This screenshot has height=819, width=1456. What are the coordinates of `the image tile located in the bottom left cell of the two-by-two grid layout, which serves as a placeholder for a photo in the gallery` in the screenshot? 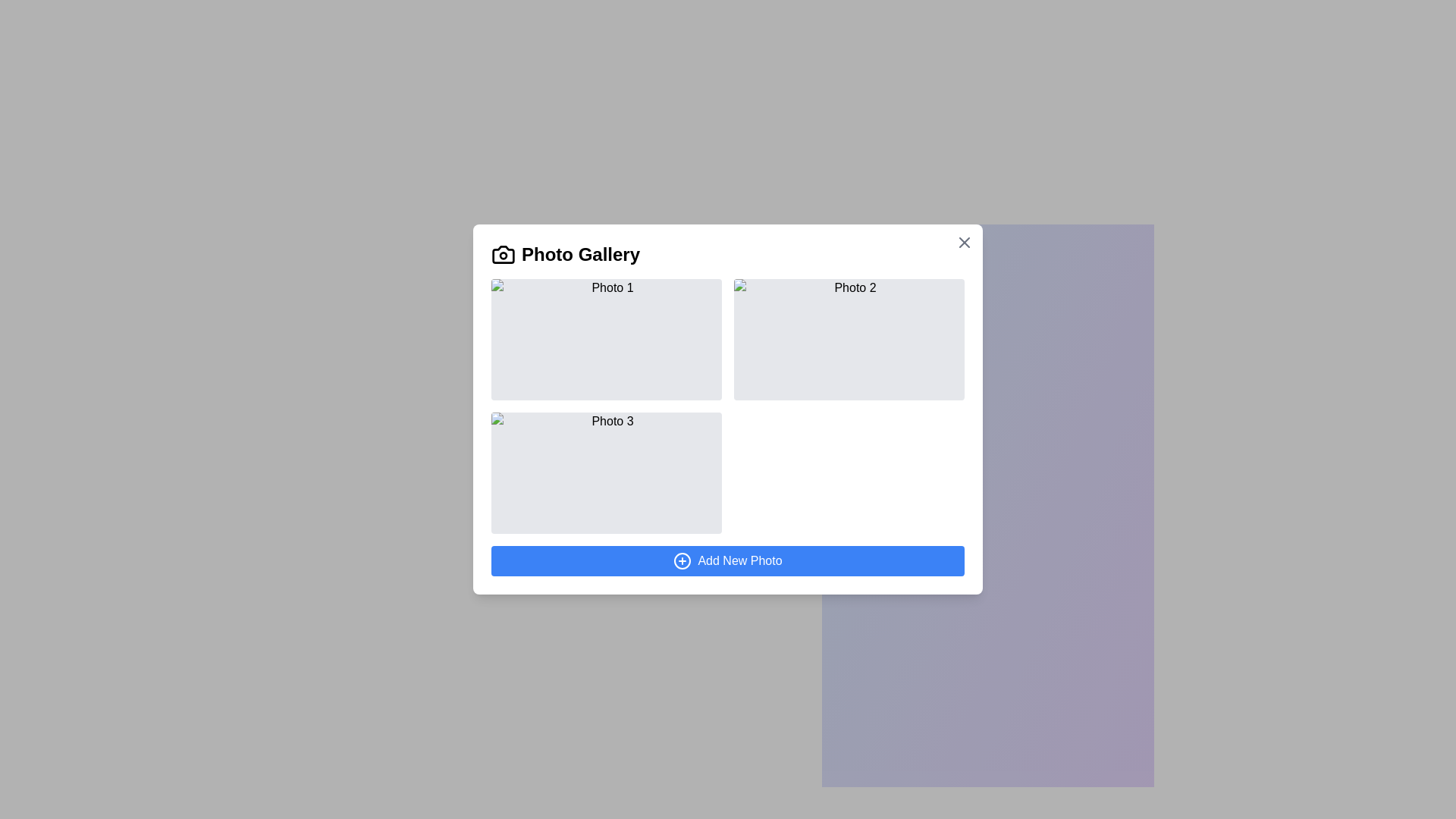 It's located at (607, 472).